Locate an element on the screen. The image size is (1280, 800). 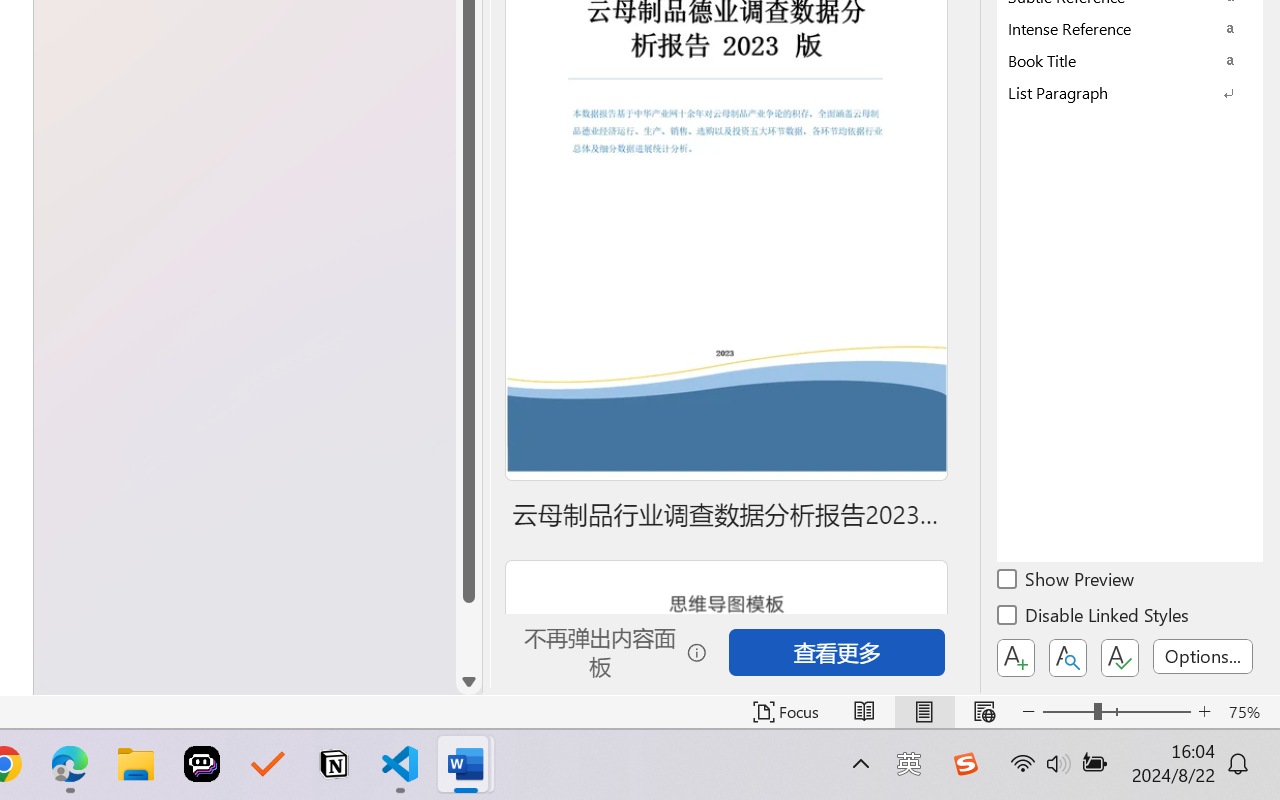
'Print Layout' is located at coordinates (923, 711).